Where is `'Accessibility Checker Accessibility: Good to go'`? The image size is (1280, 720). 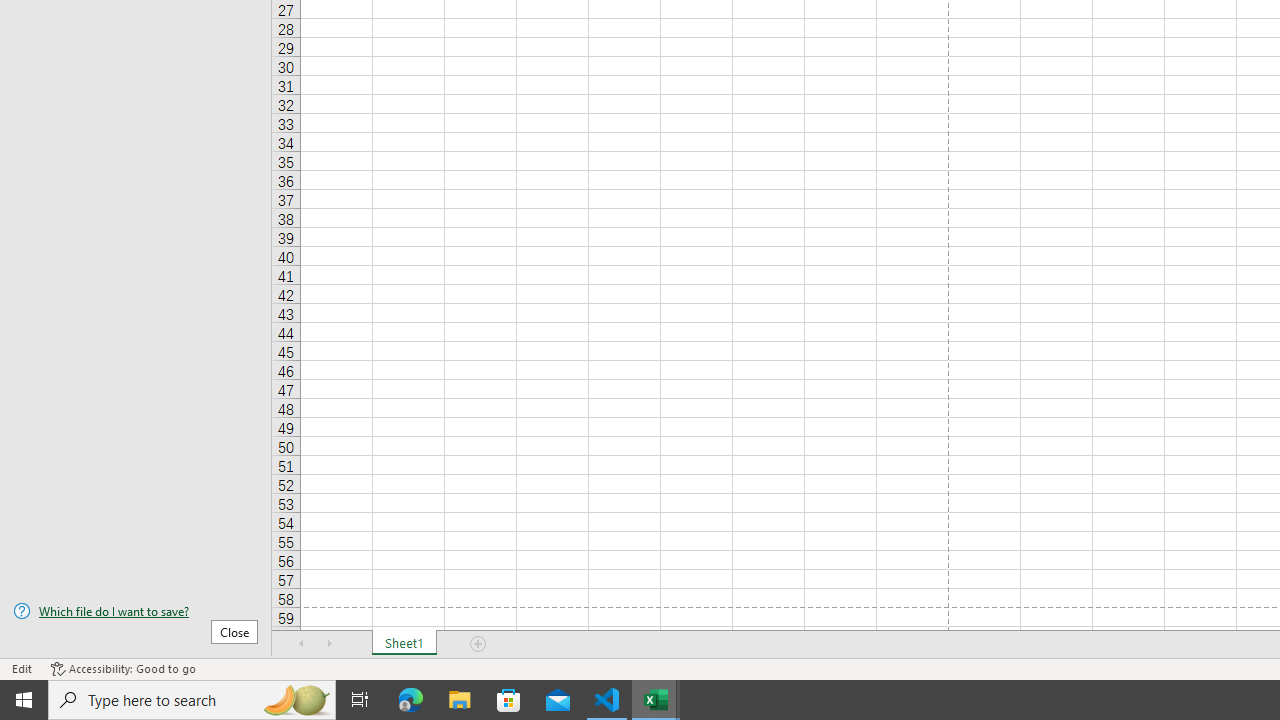 'Accessibility Checker Accessibility: Good to go' is located at coordinates (122, 669).